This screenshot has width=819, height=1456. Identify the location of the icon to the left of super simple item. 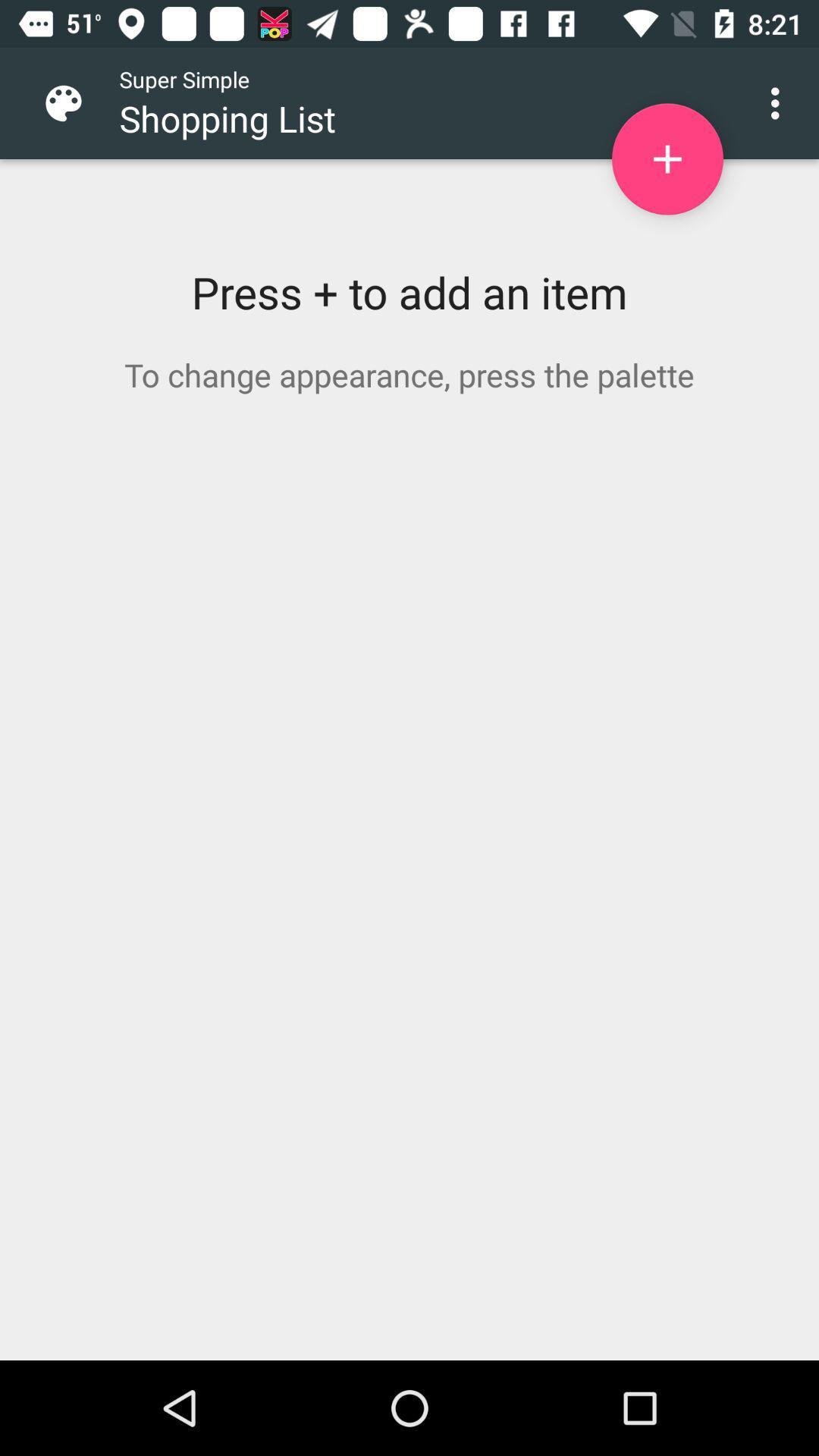
(75, 102).